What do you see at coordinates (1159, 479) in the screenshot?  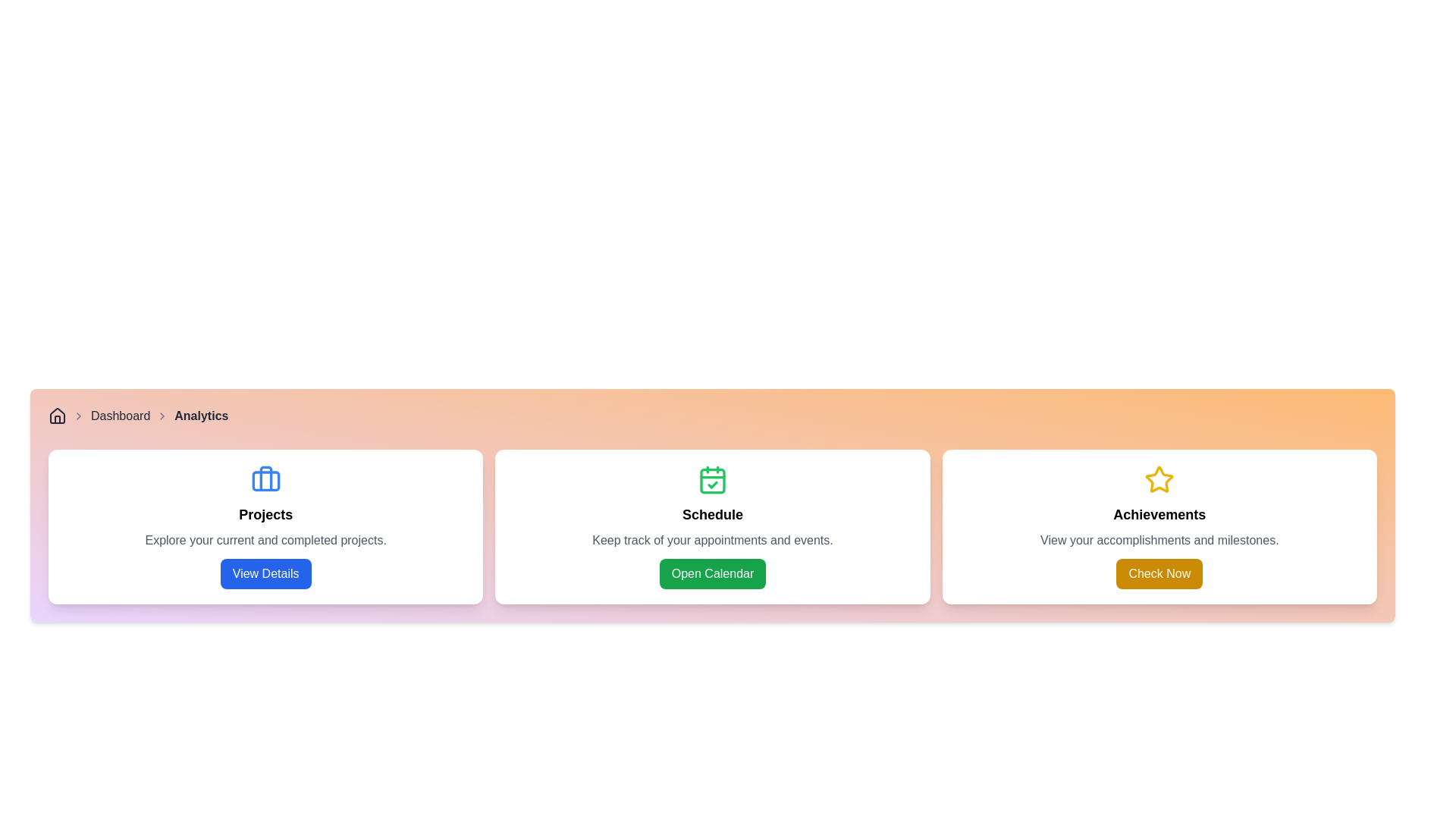 I see `the achievement theme icon located at the top center of the 'Achievements' section, which is the rightmost of three horizontally arranged cards` at bounding box center [1159, 479].